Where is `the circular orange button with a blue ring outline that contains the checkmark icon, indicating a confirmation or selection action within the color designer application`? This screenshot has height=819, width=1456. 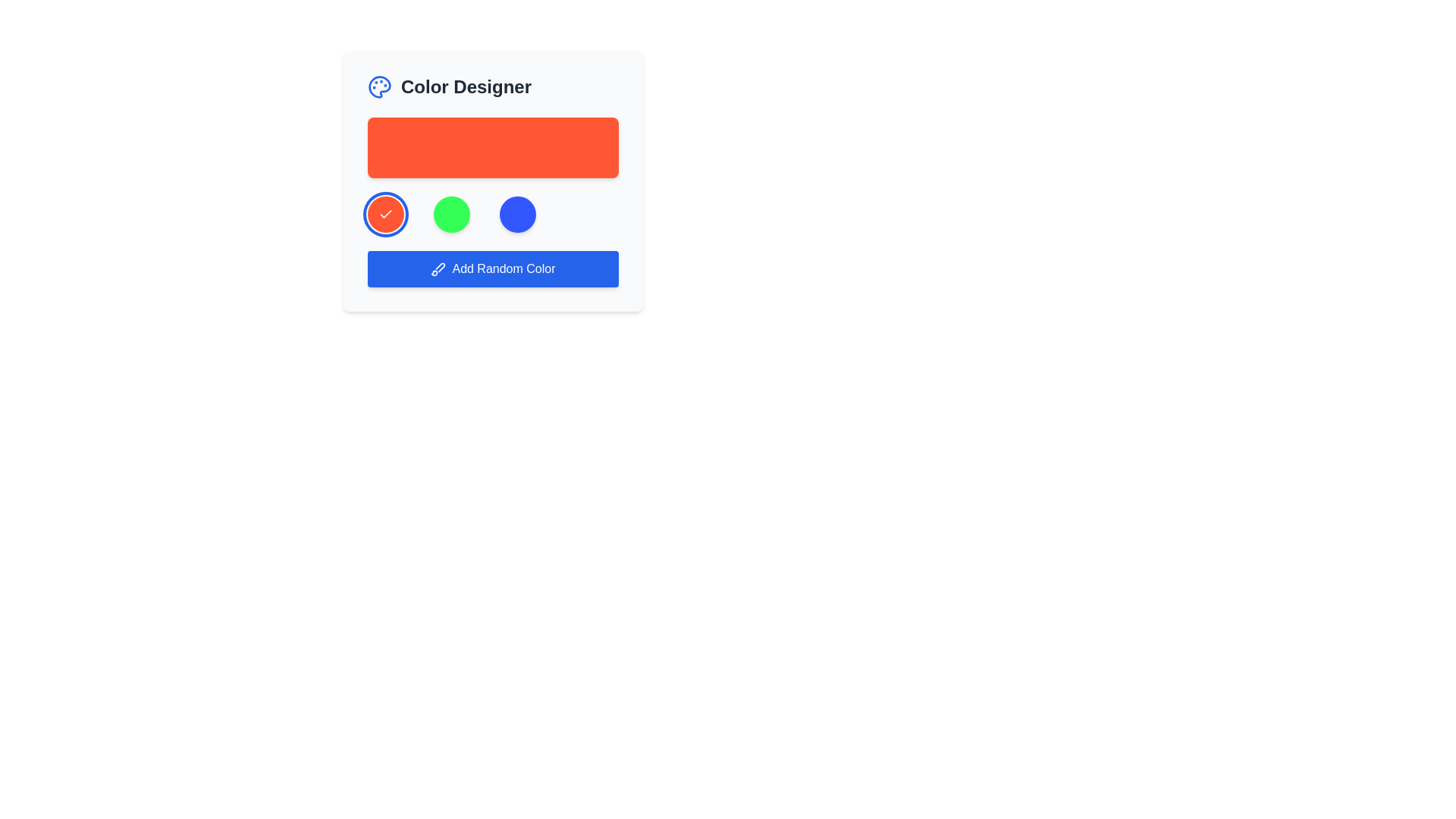
the circular orange button with a blue ring outline that contains the checkmark icon, indicating a confirmation or selection action within the color designer application is located at coordinates (385, 214).